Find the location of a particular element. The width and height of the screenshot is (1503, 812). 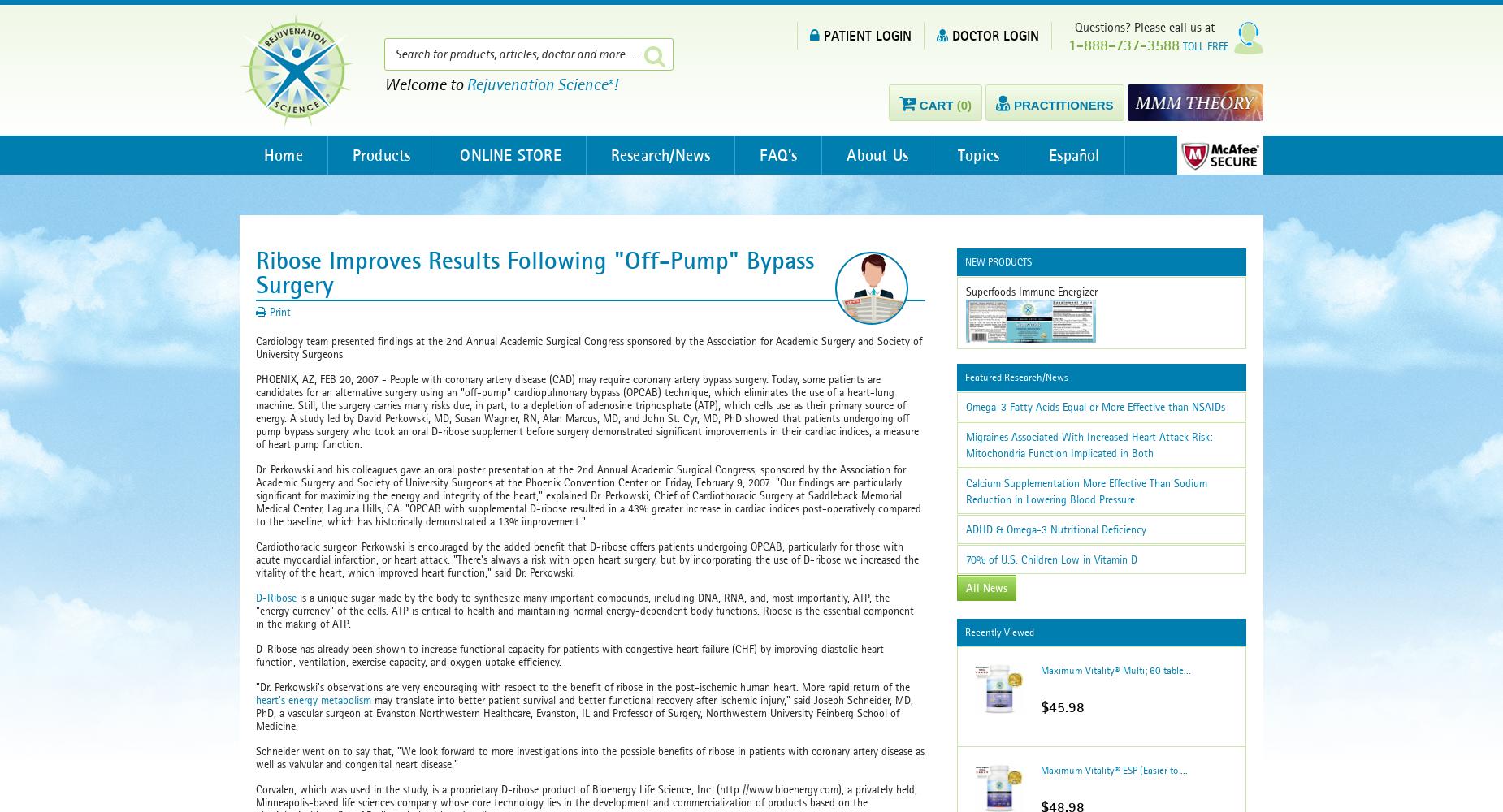

'Maximum Vitality® ESP (Easier to ...' is located at coordinates (1112, 769).